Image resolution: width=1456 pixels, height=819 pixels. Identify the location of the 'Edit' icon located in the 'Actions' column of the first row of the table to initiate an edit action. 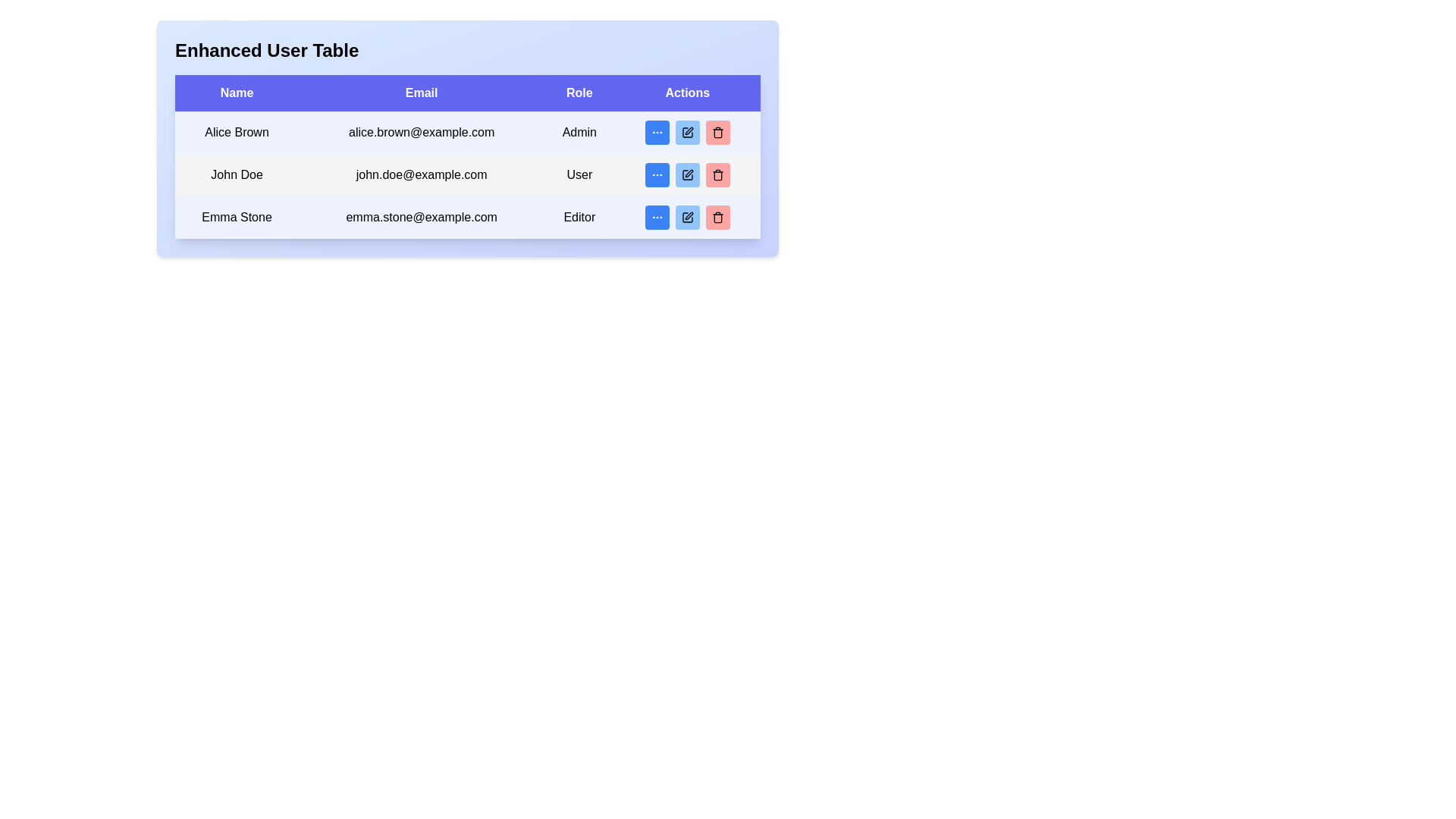
(686, 131).